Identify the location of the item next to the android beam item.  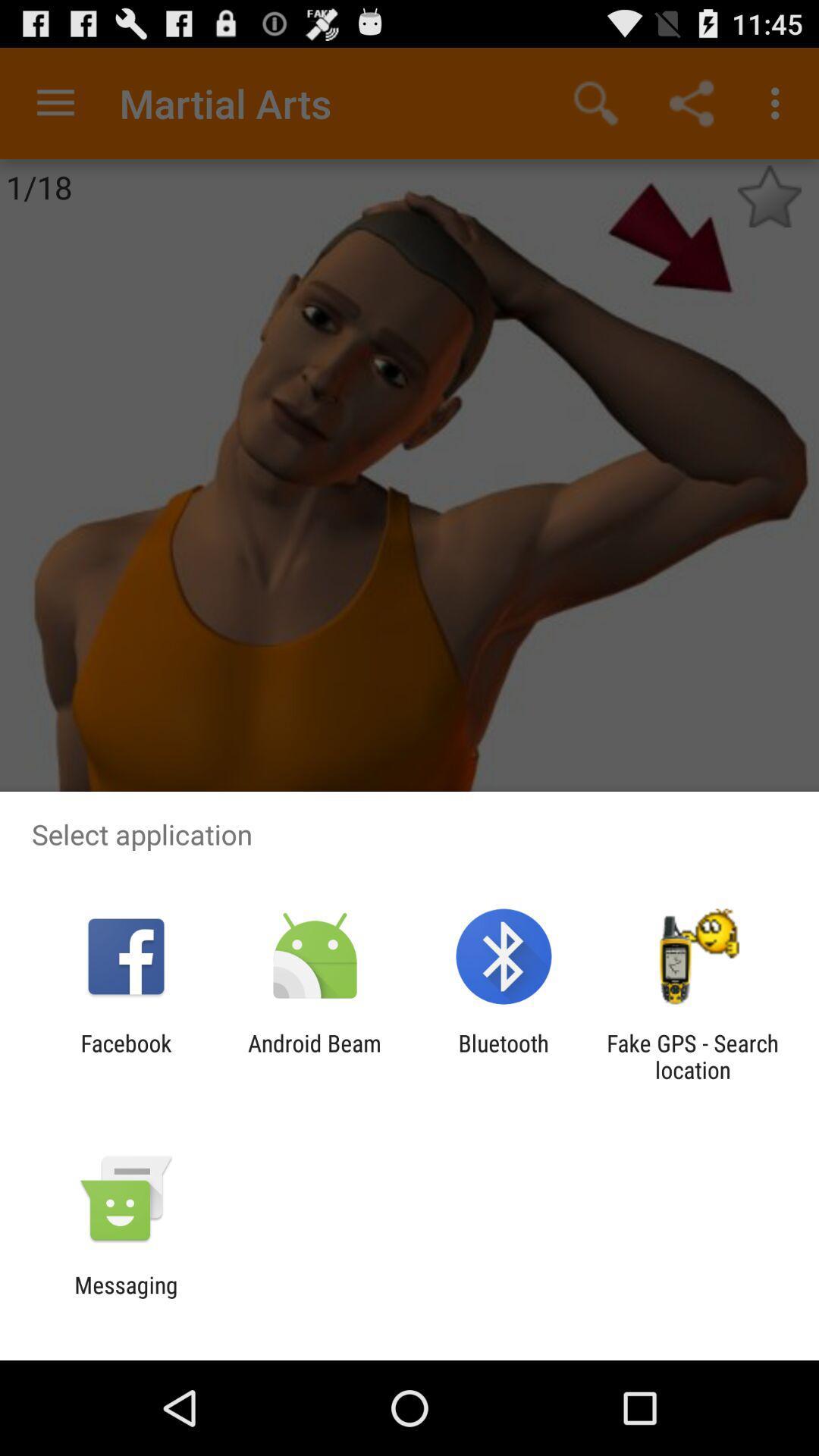
(125, 1056).